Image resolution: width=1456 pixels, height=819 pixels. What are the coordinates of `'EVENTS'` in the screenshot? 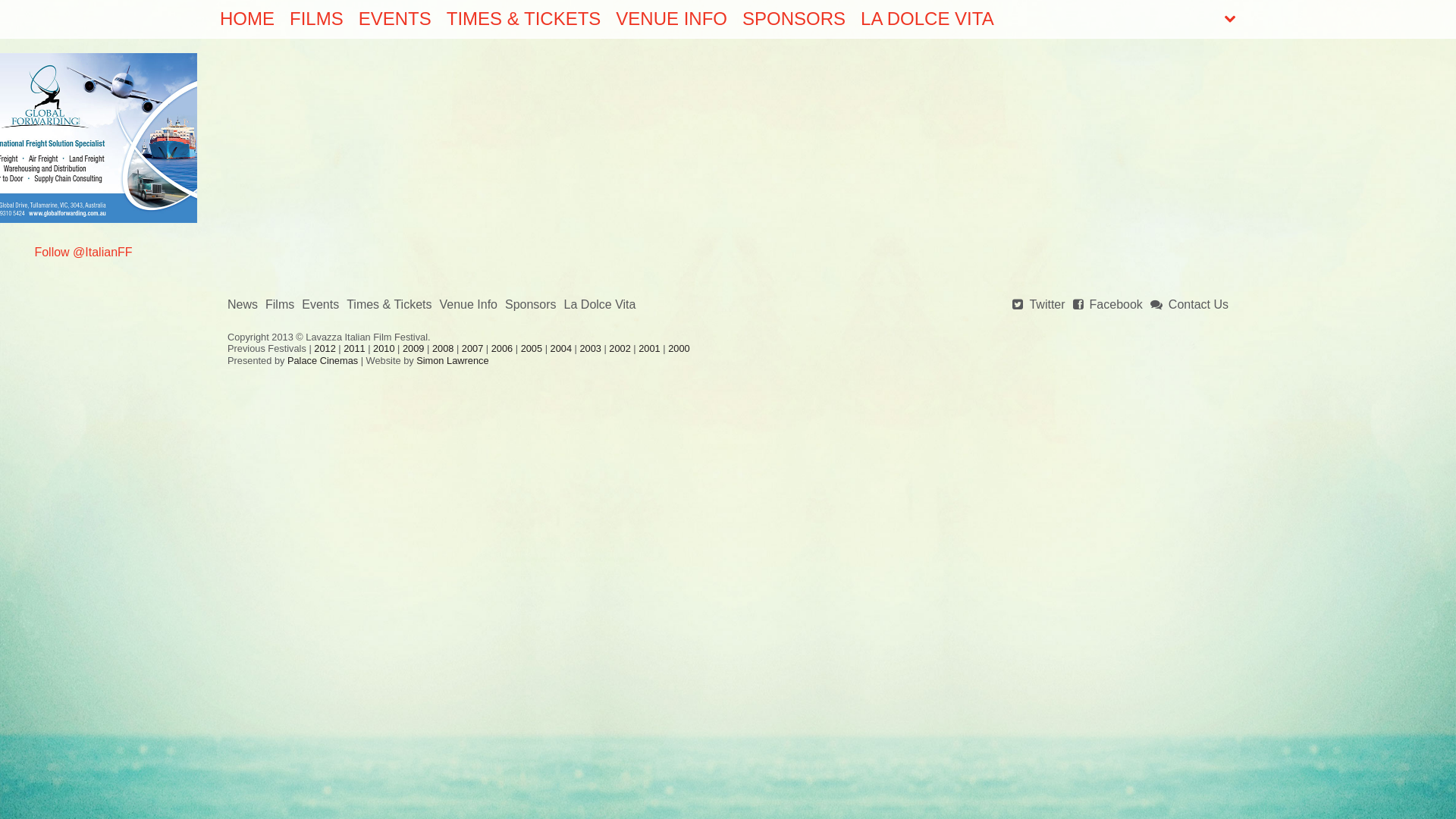 It's located at (395, 18).